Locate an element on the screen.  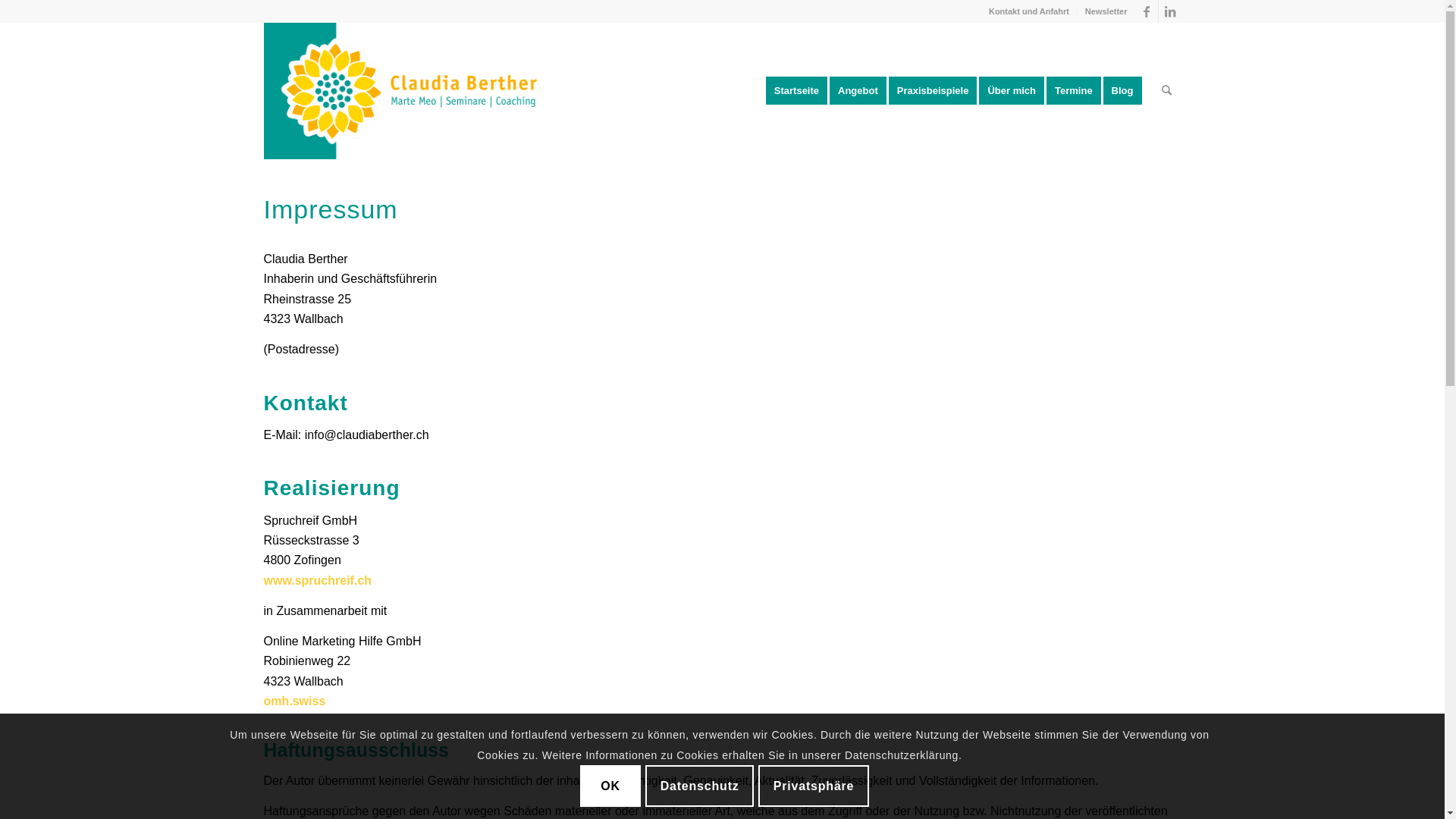
'www.spruchreif.ch' is located at coordinates (317, 580).